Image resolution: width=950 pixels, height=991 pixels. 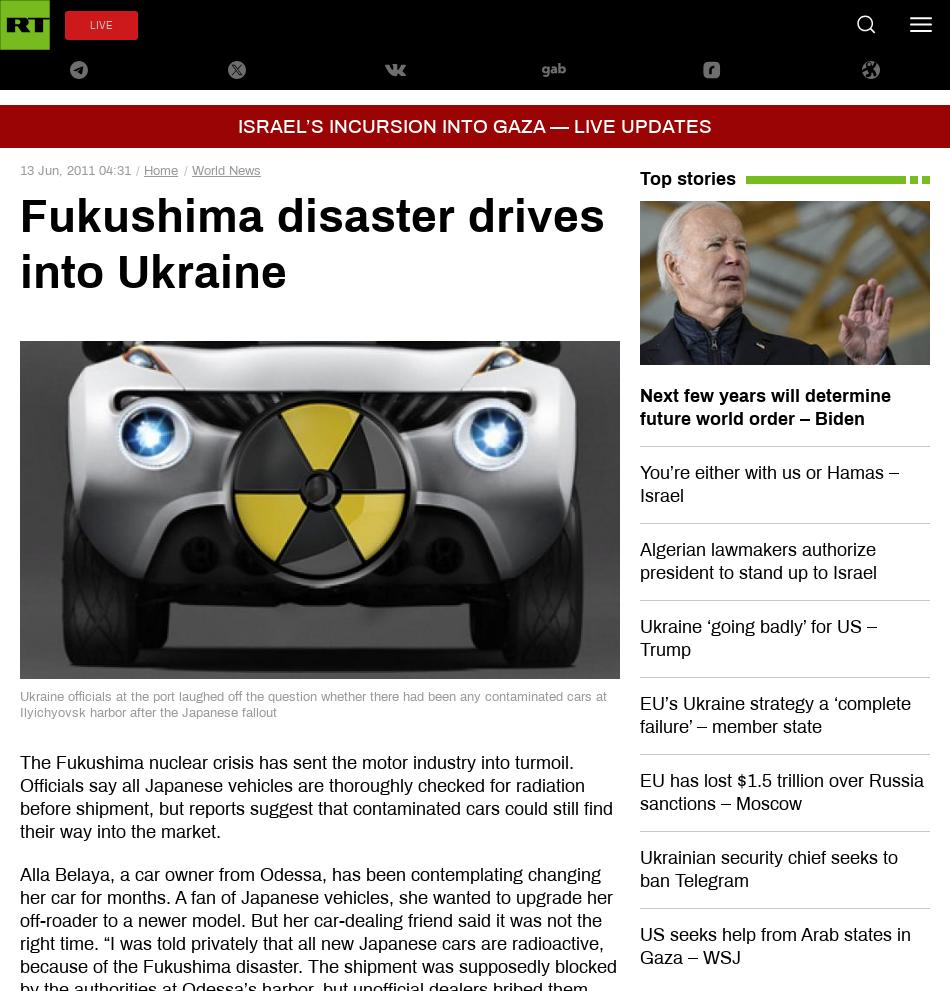 I want to click on 'Next few years will determine future world order – Biden', so click(x=763, y=406).